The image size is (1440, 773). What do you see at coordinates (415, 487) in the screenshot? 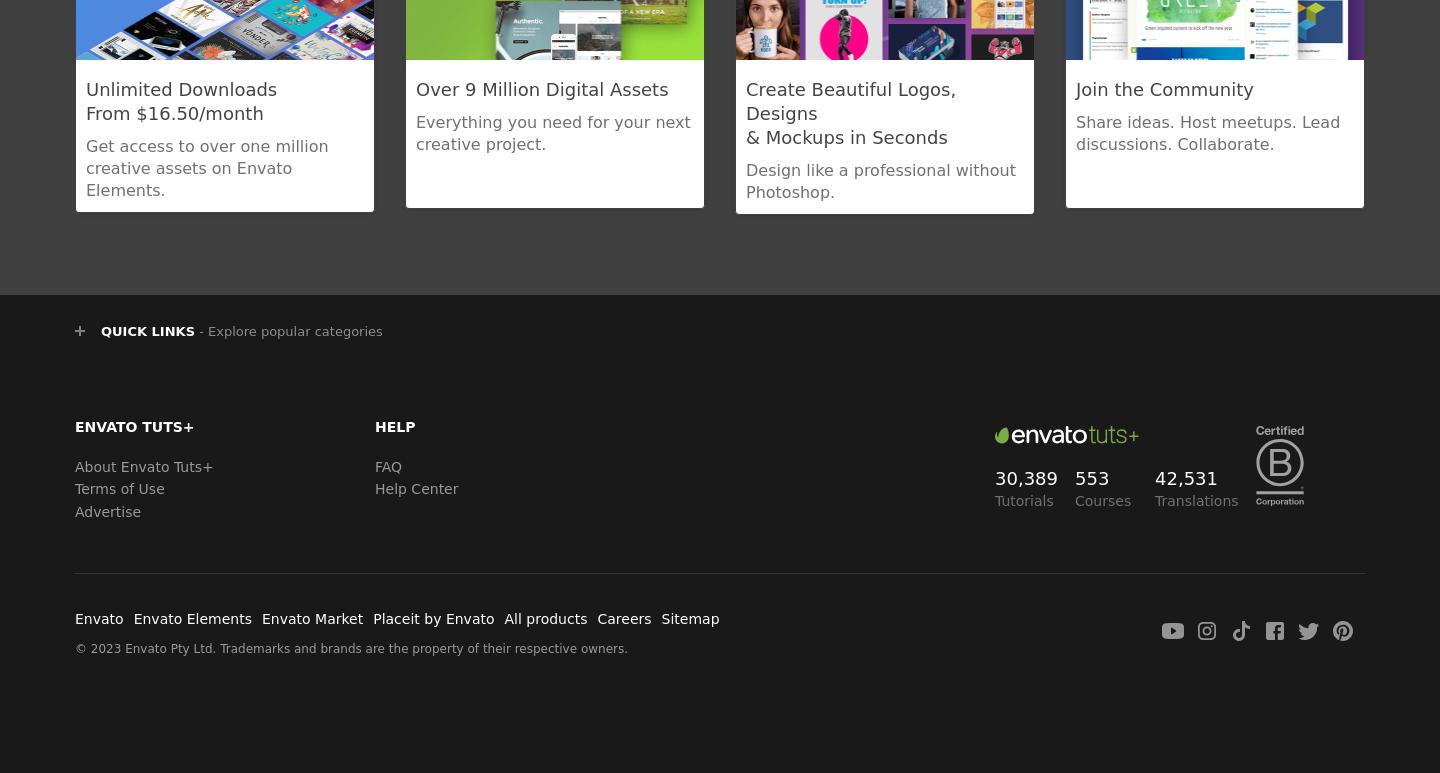
I see `'Help Center'` at bounding box center [415, 487].